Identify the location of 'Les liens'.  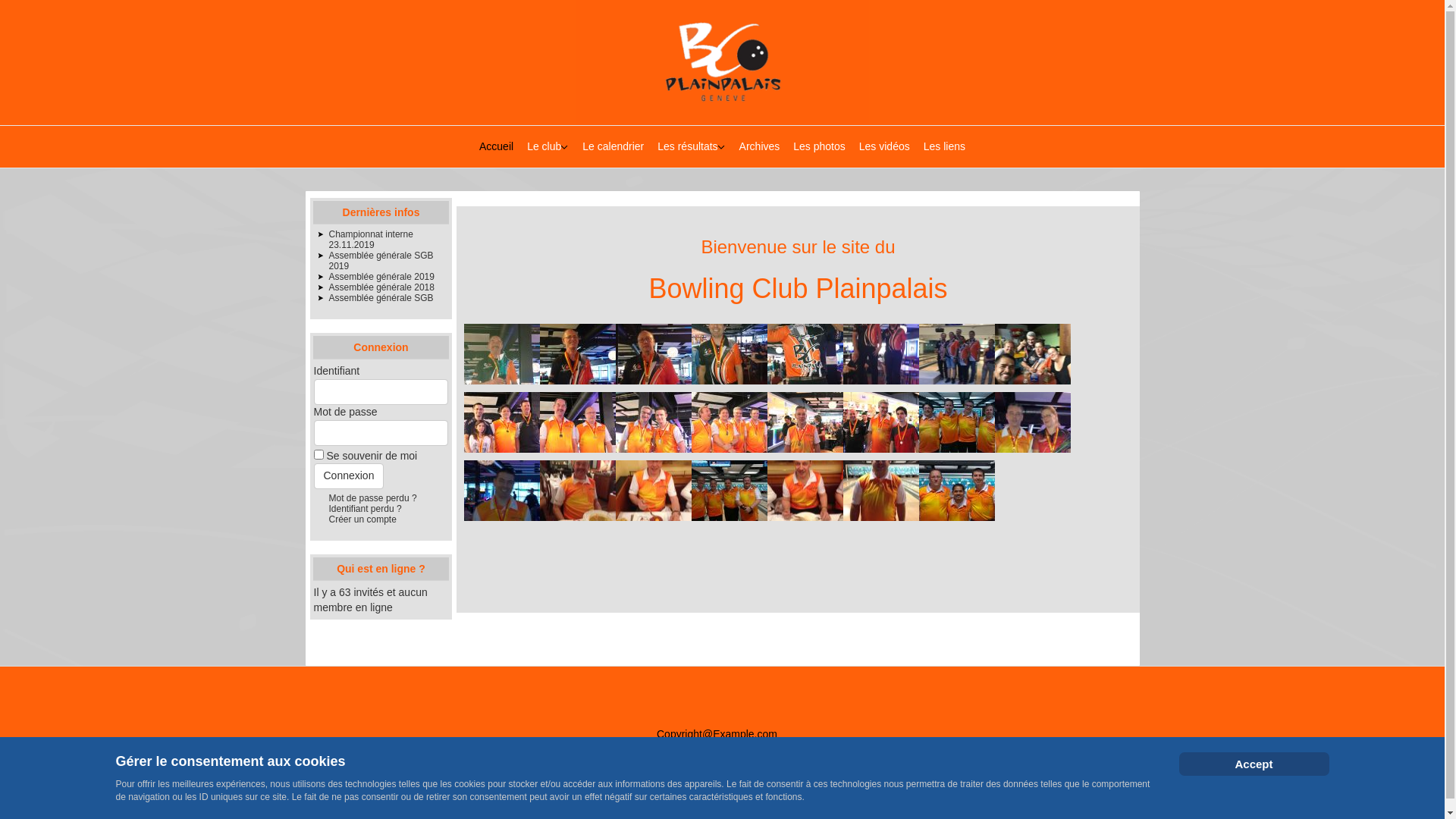
(920, 146).